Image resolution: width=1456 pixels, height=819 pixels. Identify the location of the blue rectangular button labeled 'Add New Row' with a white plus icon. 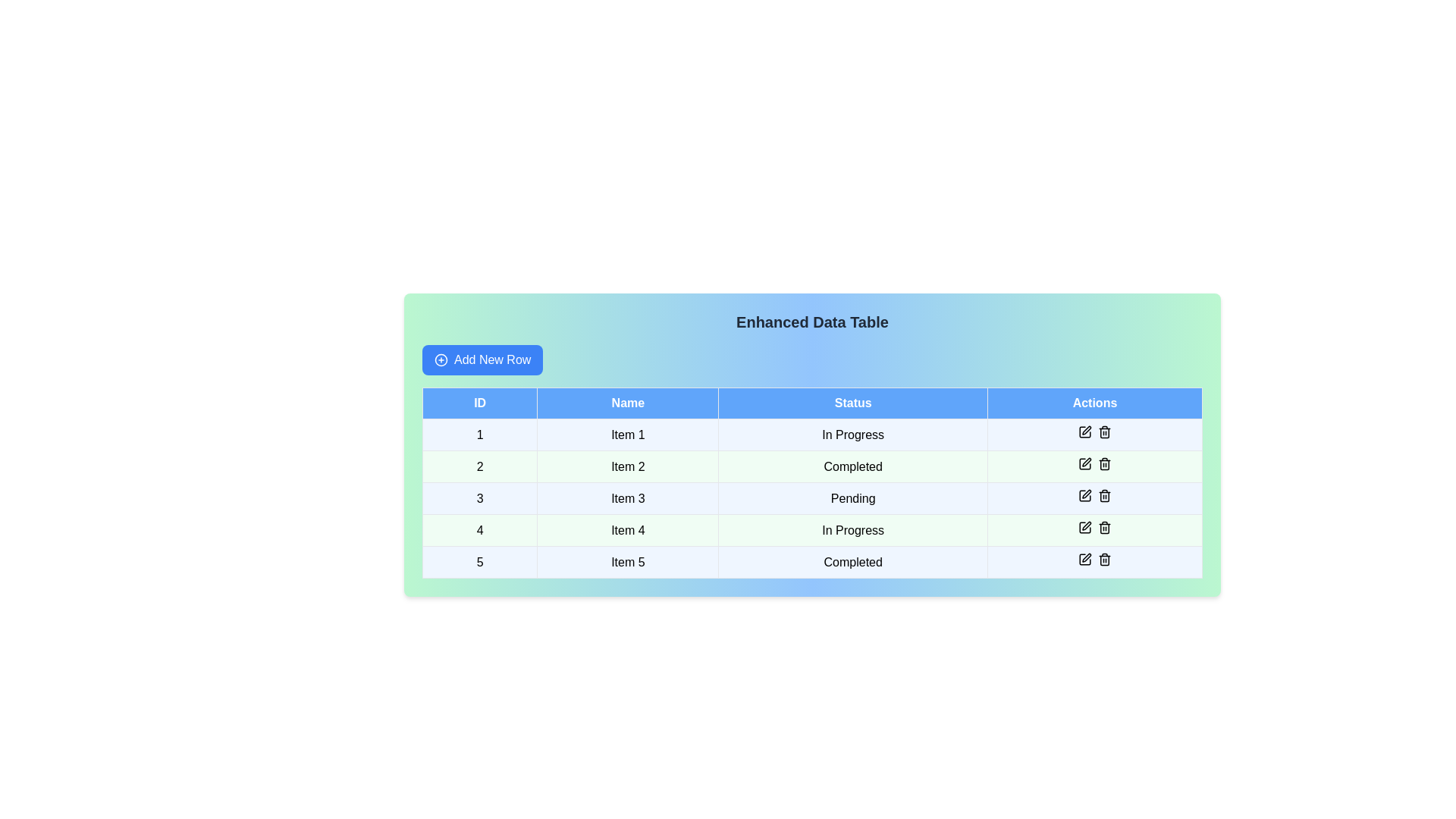
(482, 359).